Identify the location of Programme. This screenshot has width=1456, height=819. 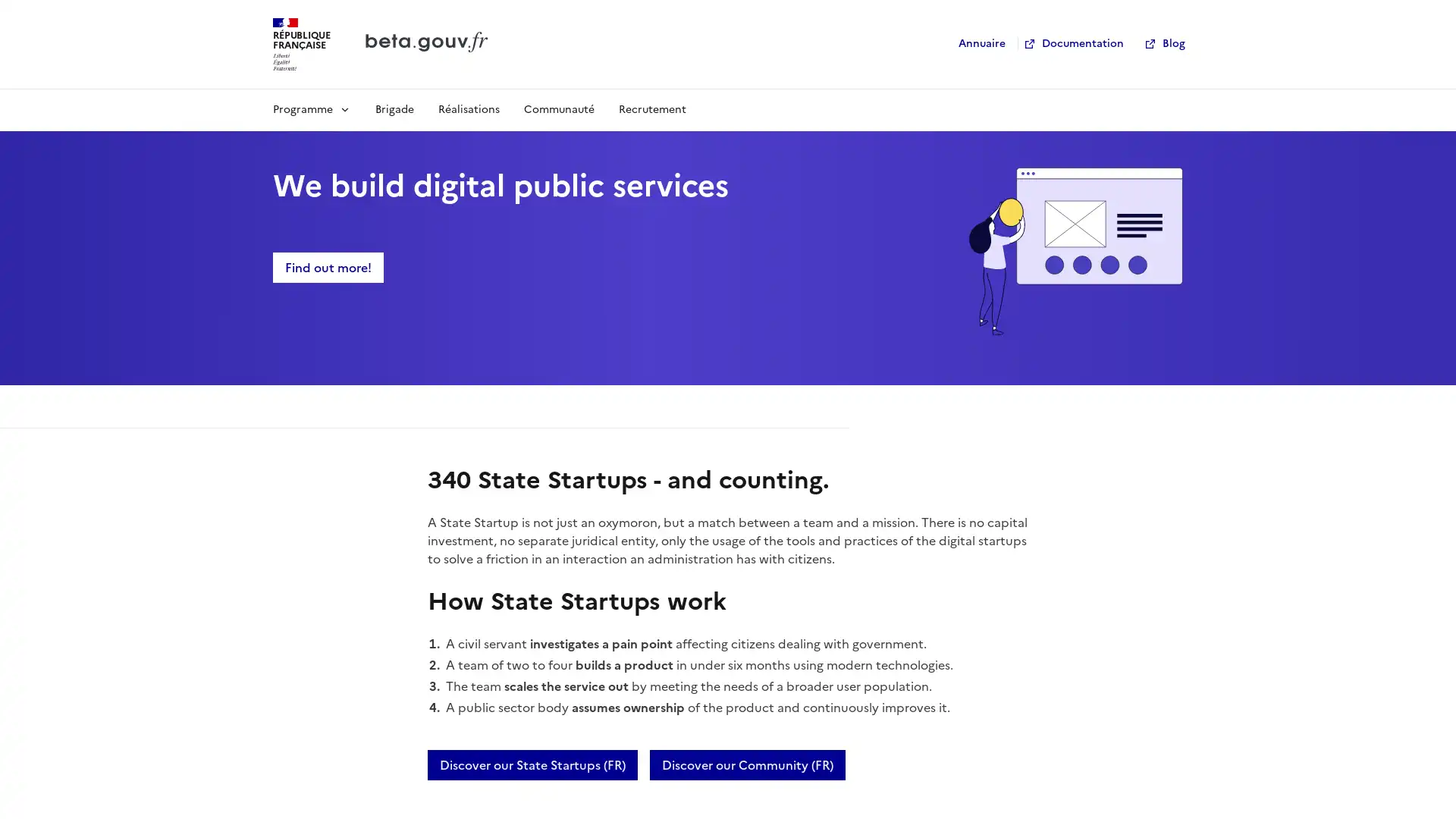
(311, 108).